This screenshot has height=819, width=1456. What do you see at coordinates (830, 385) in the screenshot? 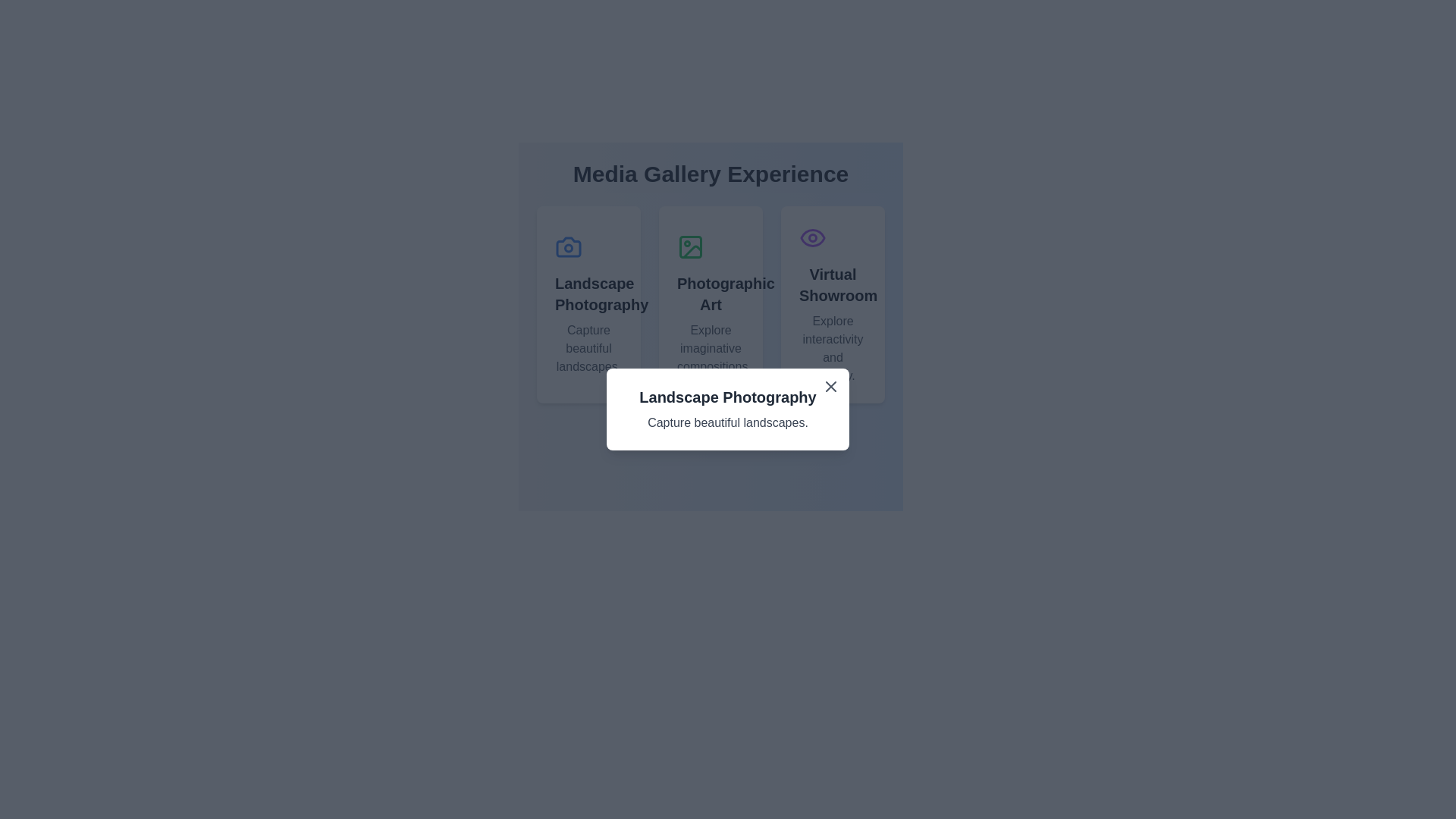
I see `the close button located` at bounding box center [830, 385].